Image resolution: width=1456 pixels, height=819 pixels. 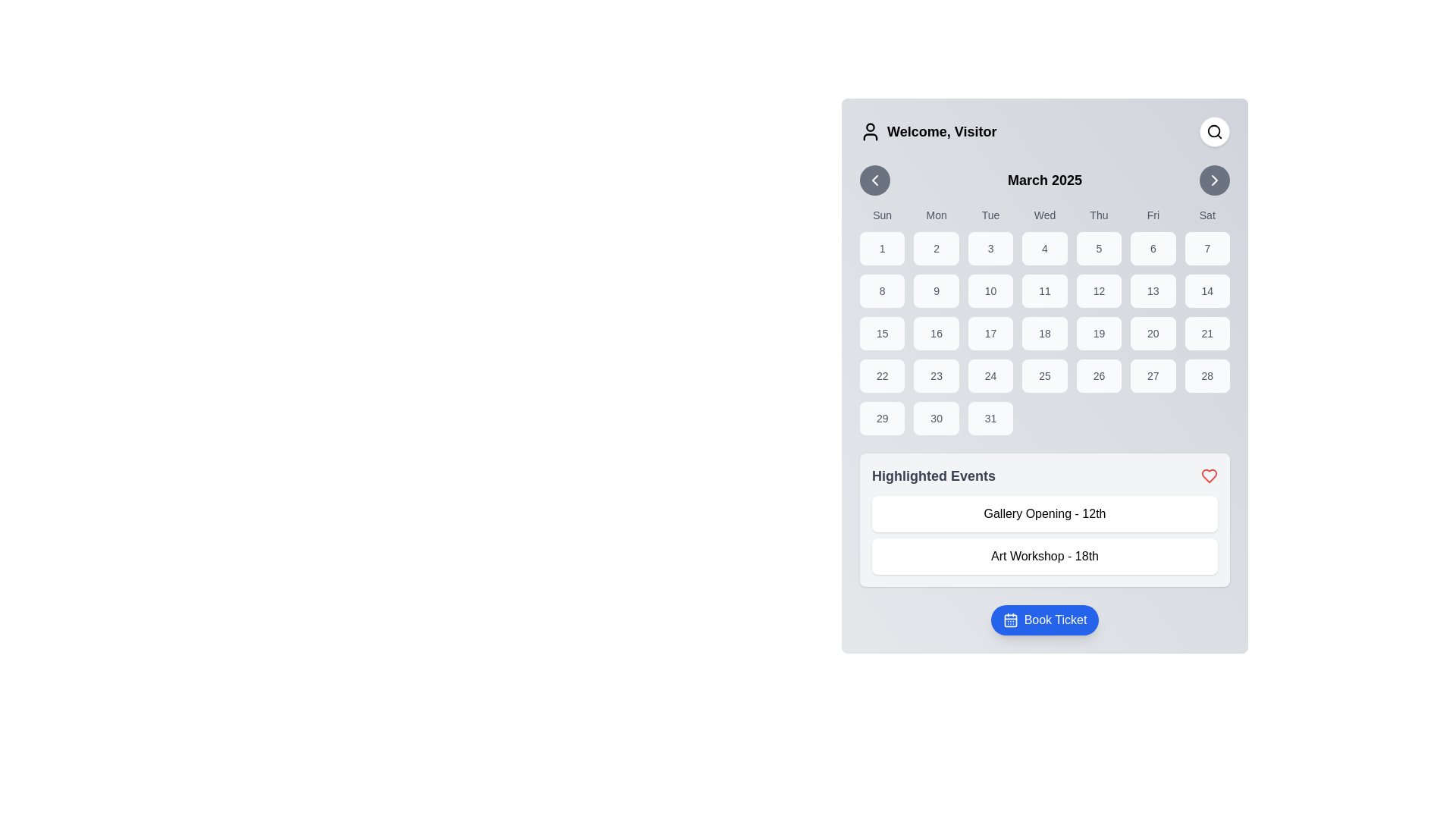 I want to click on the Calendar Day Cell representing the date '2', located in the second column under the 'Mon' header, so click(x=936, y=247).